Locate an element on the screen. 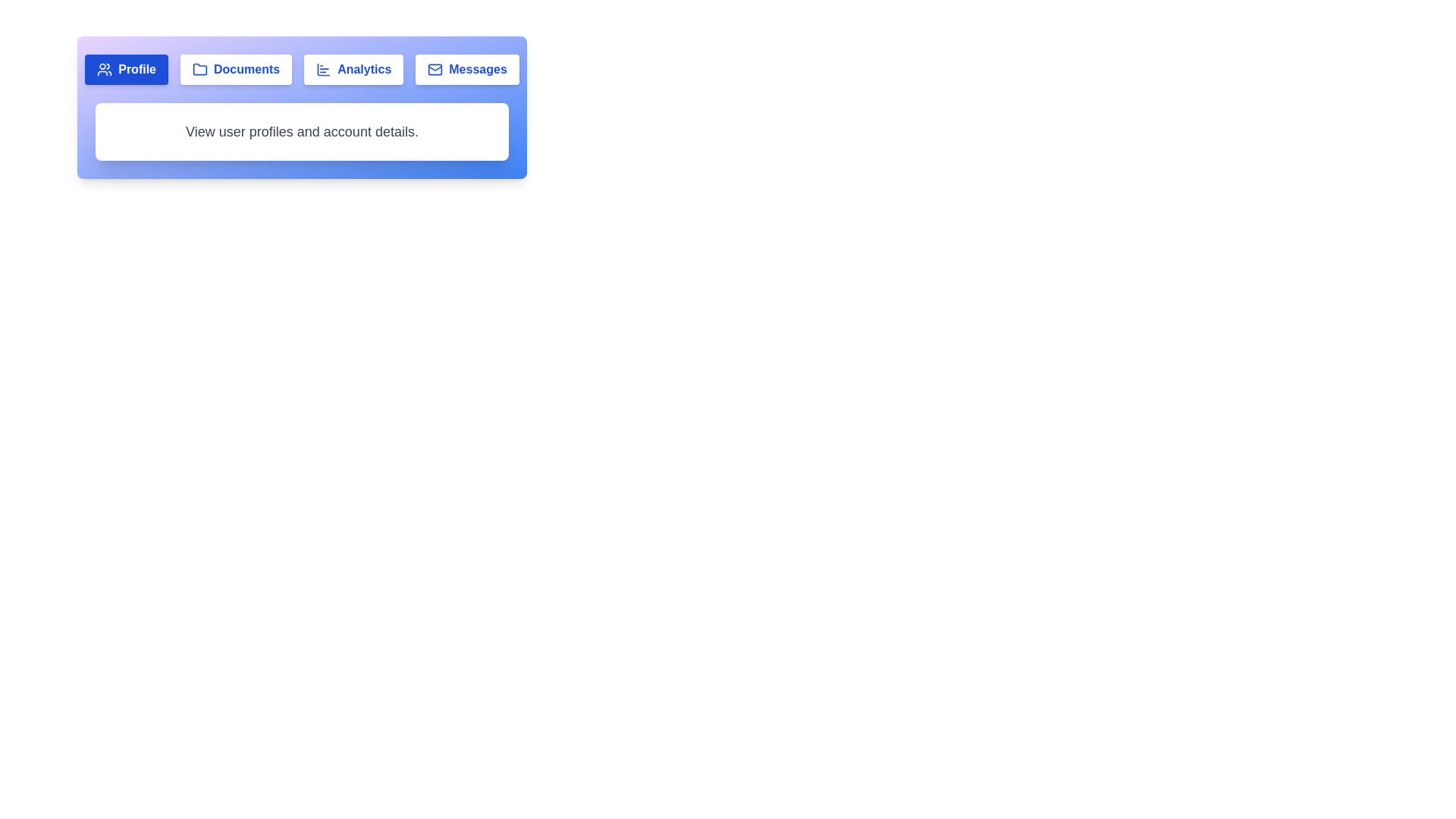  the Analytics tab to view its content is located at coordinates (352, 70).